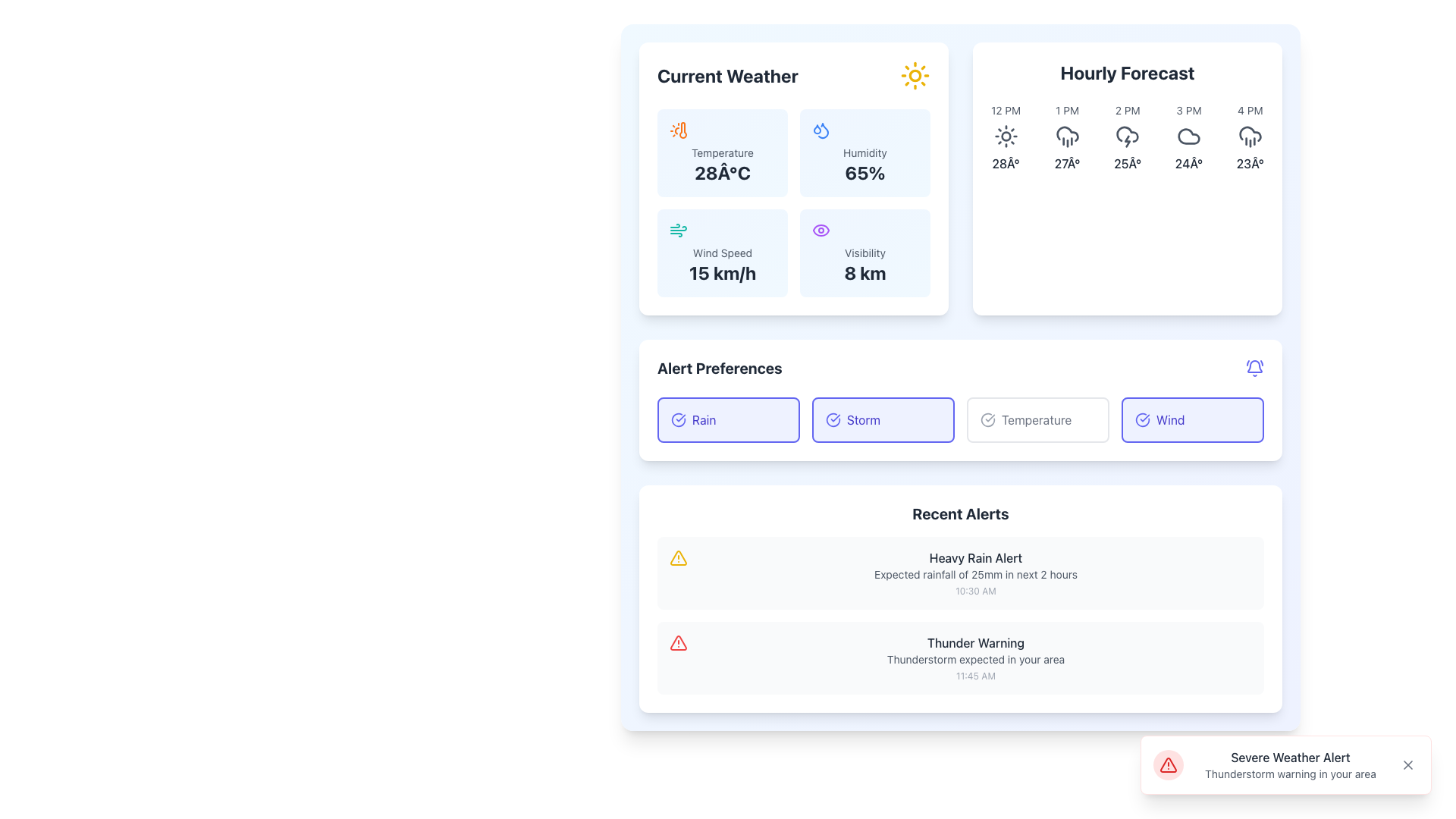 This screenshot has height=819, width=1456. Describe the element at coordinates (1407, 765) in the screenshot. I see `the close button in the top-right corner of the 'Severe Weather Alert' notification card` at that location.